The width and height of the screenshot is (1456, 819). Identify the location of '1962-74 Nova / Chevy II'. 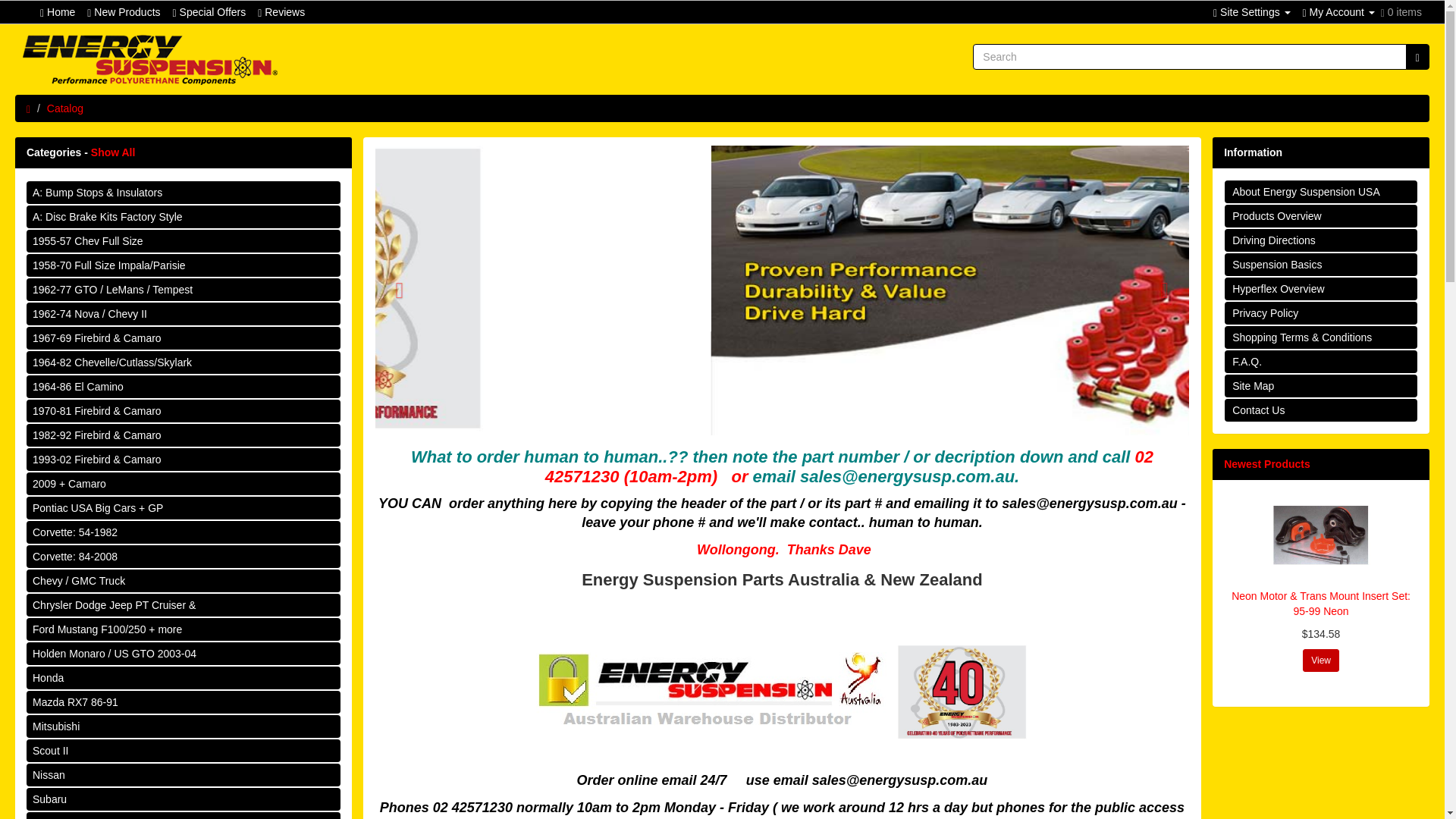
(182, 312).